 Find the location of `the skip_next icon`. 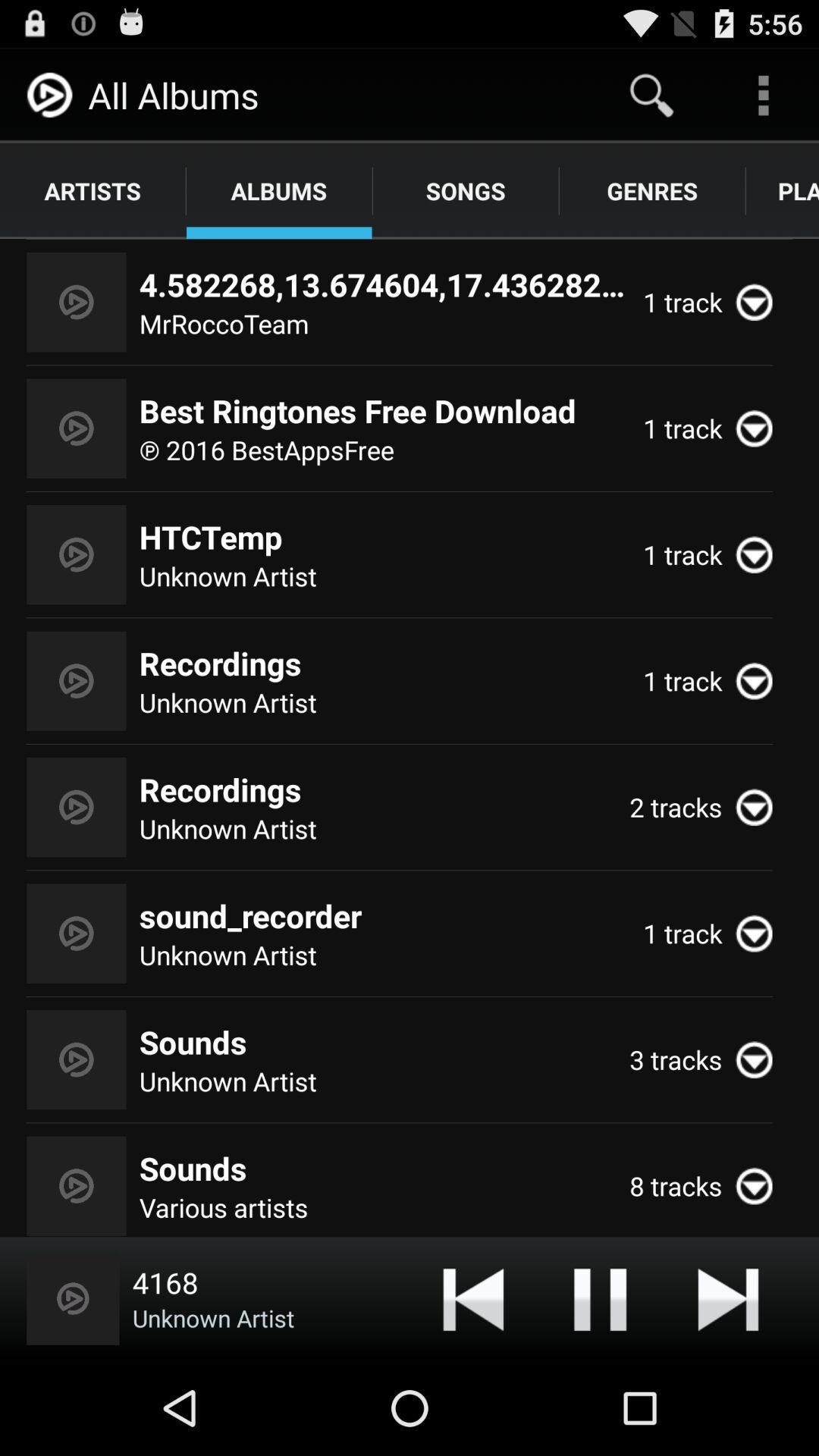

the skip_next icon is located at coordinates (727, 1389).